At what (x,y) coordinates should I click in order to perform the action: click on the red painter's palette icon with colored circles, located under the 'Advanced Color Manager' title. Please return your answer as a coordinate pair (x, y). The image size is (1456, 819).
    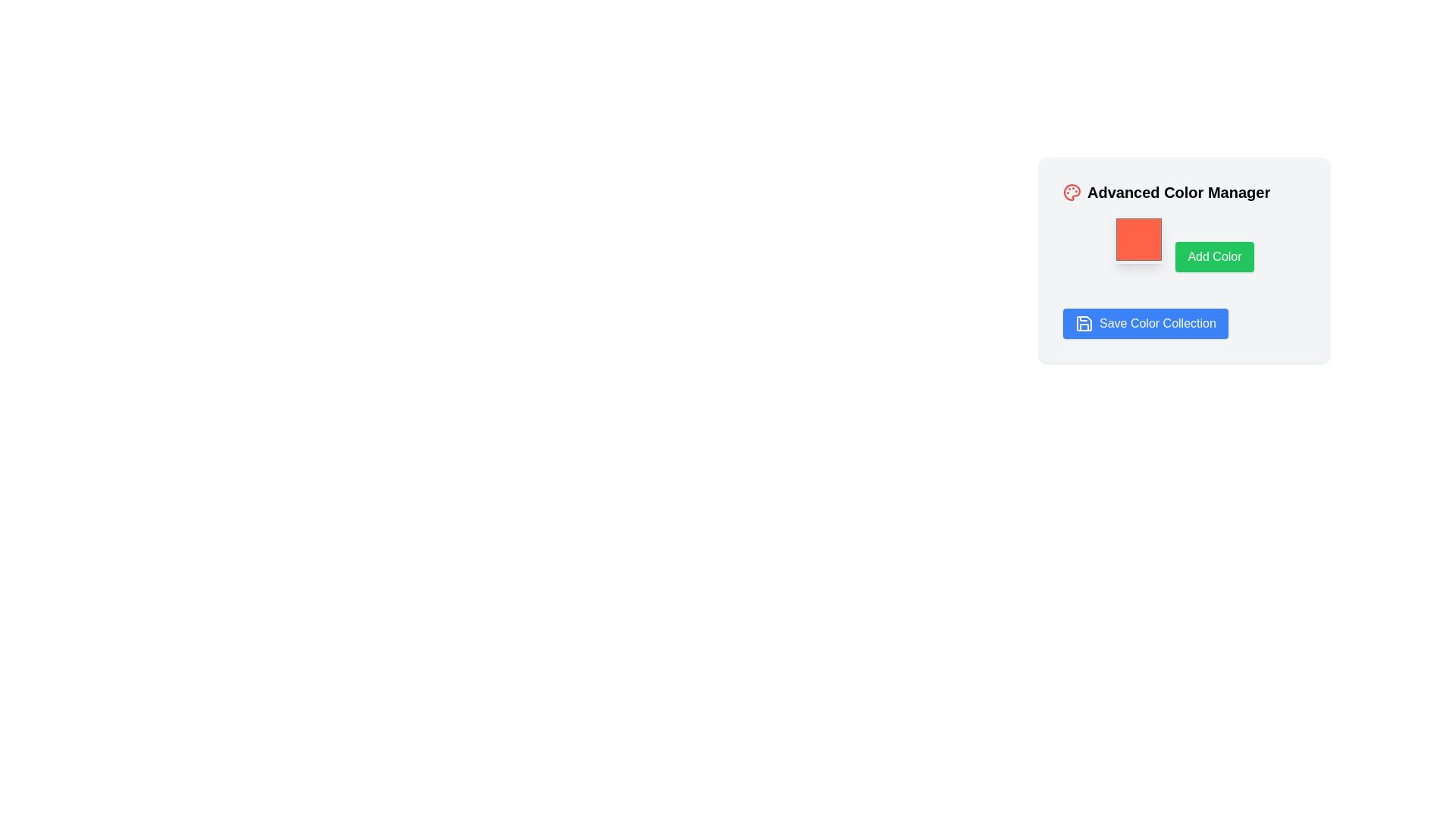
    Looking at the image, I should click on (1072, 192).